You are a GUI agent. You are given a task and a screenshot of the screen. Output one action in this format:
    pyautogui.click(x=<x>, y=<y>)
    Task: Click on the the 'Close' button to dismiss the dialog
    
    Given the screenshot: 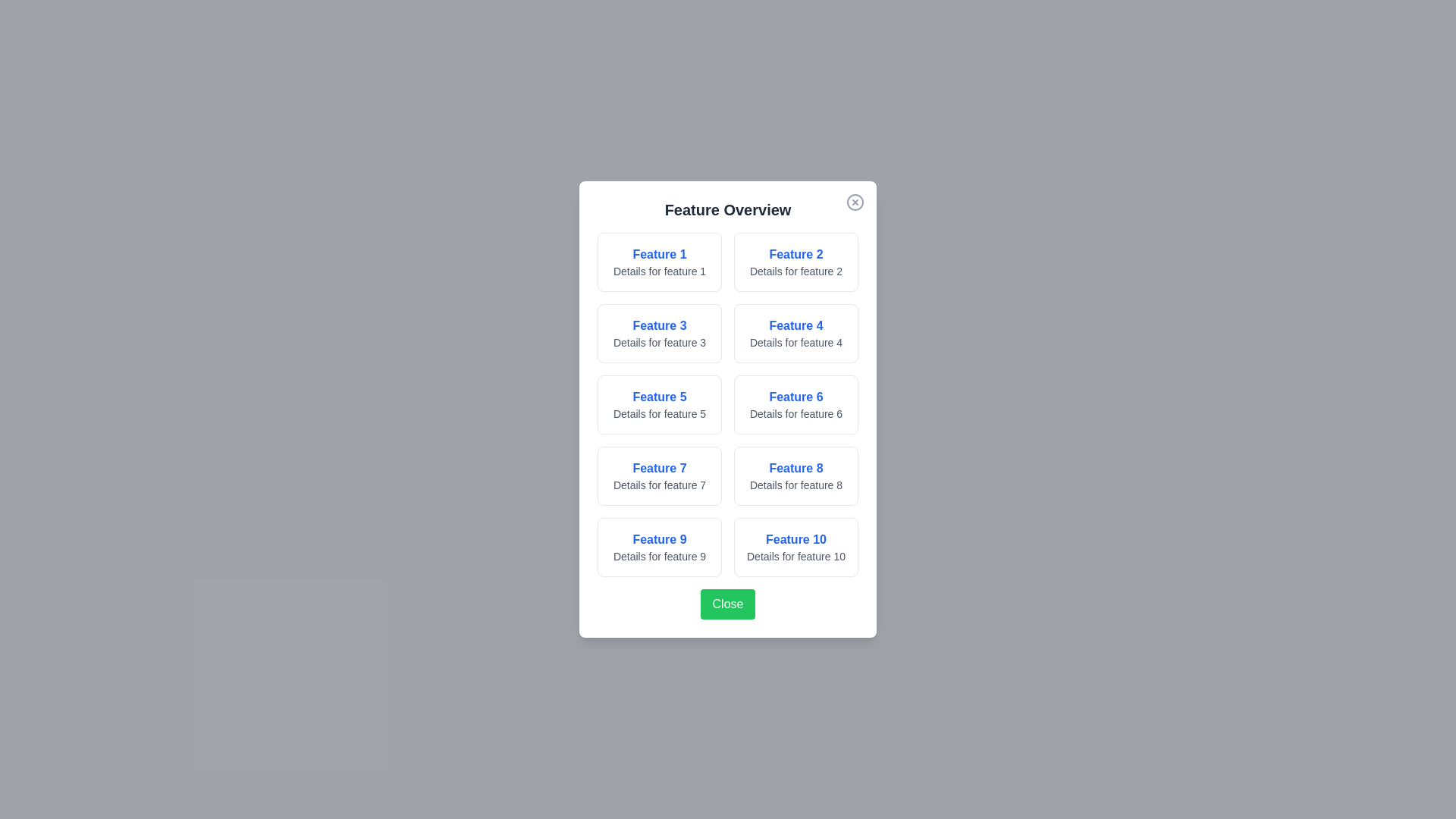 What is the action you would take?
    pyautogui.click(x=728, y=604)
    